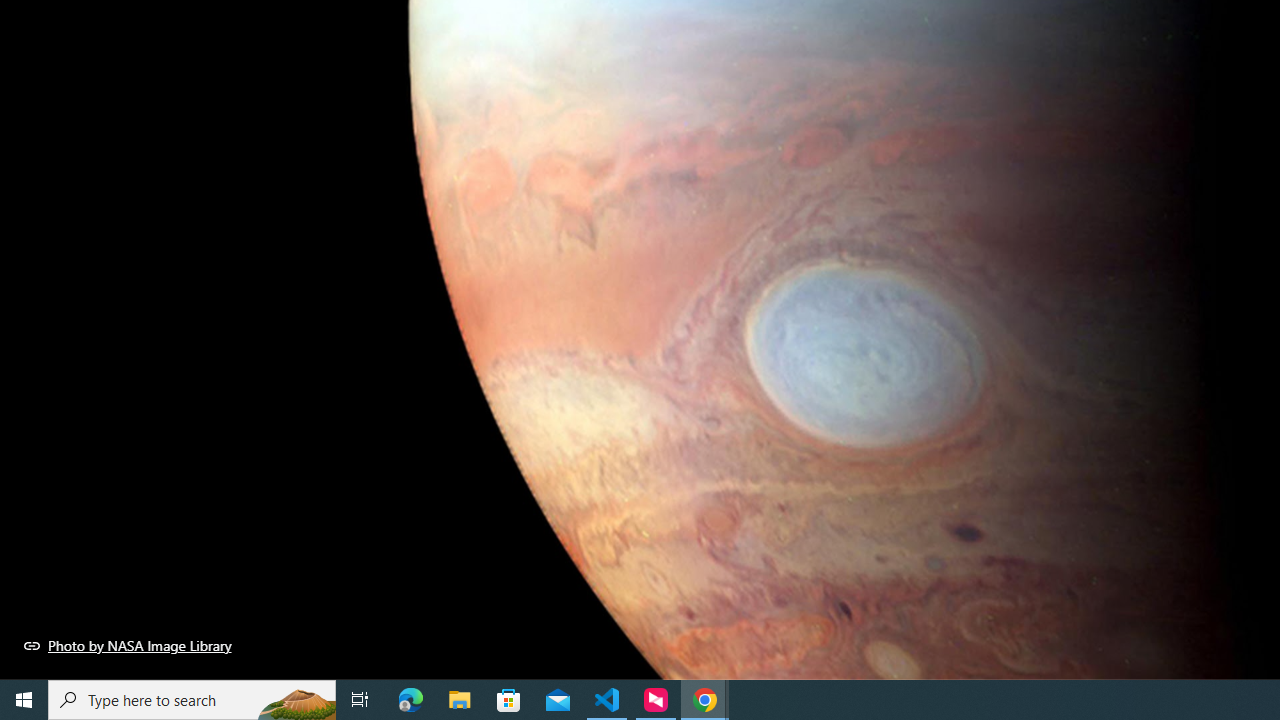  What do you see at coordinates (127, 645) in the screenshot?
I see `'Photo by NASA Image Library'` at bounding box center [127, 645].